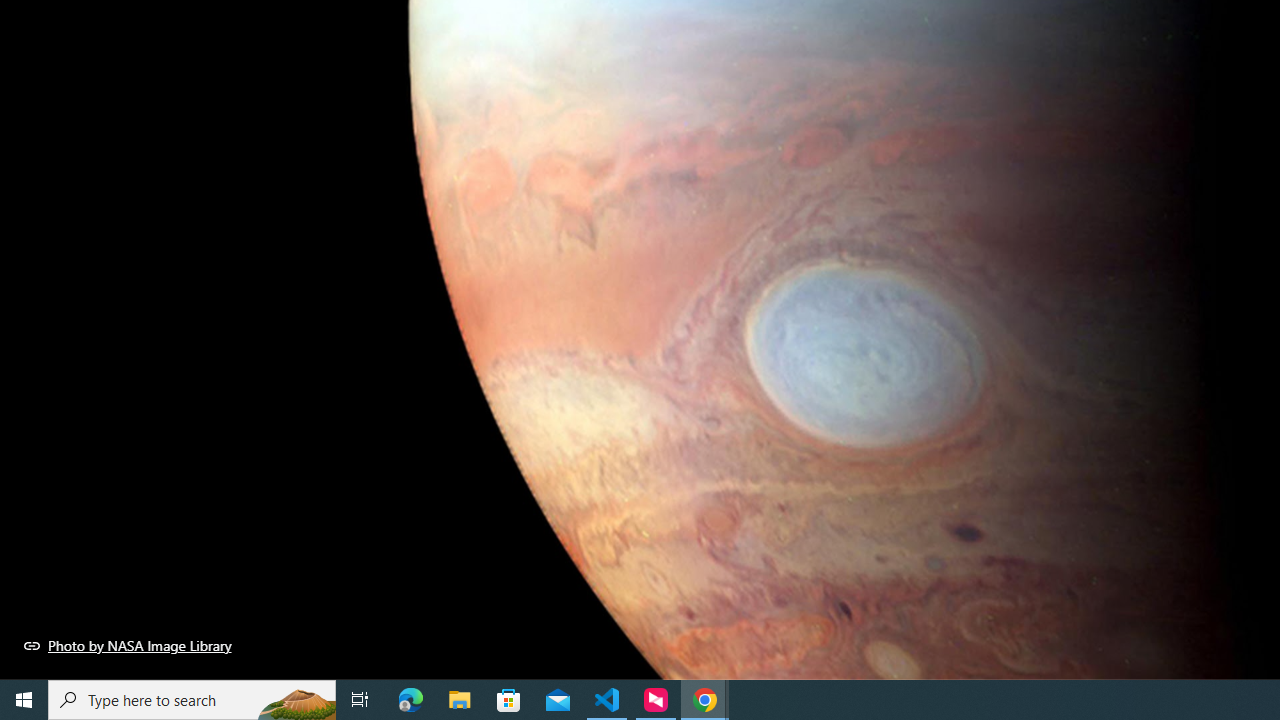  What do you see at coordinates (127, 645) in the screenshot?
I see `'Photo by NASA Image Library'` at bounding box center [127, 645].